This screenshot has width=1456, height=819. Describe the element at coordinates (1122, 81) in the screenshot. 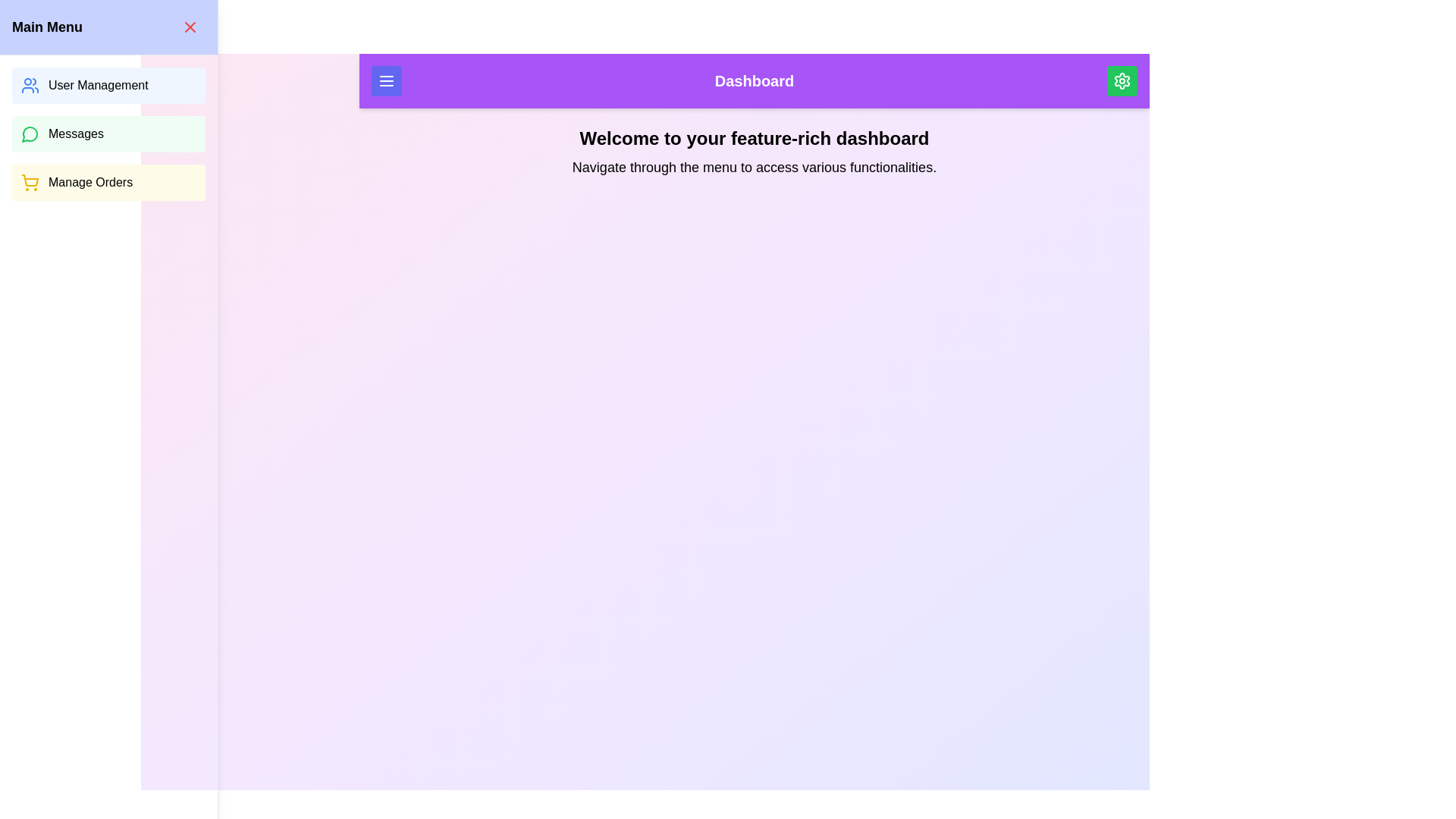

I see `the gear-like icon in the top-right corner of the interface` at that location.